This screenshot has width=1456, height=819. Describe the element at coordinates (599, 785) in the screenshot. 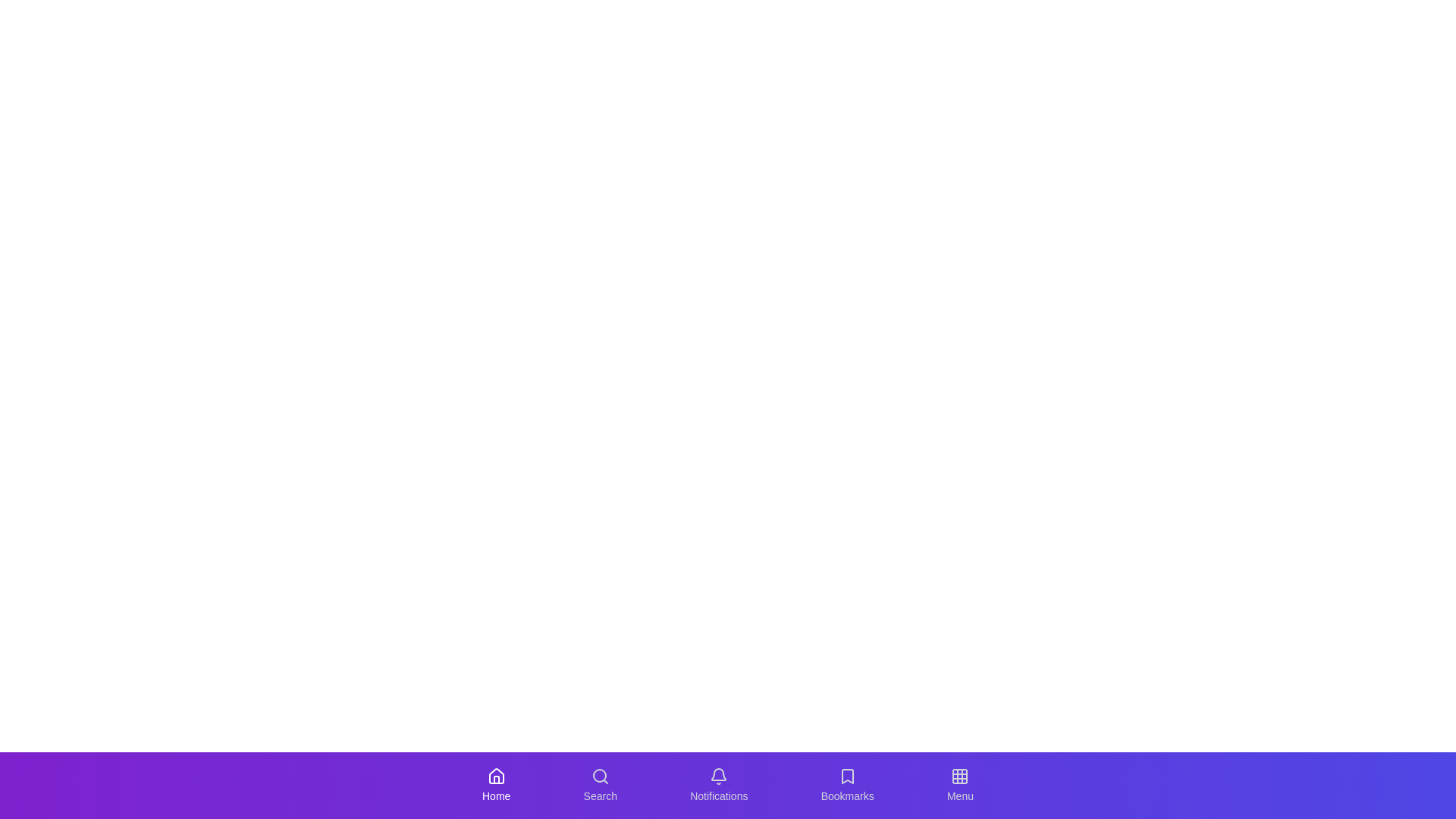

I see `the Search navigation icon to observe feedback` at that location.